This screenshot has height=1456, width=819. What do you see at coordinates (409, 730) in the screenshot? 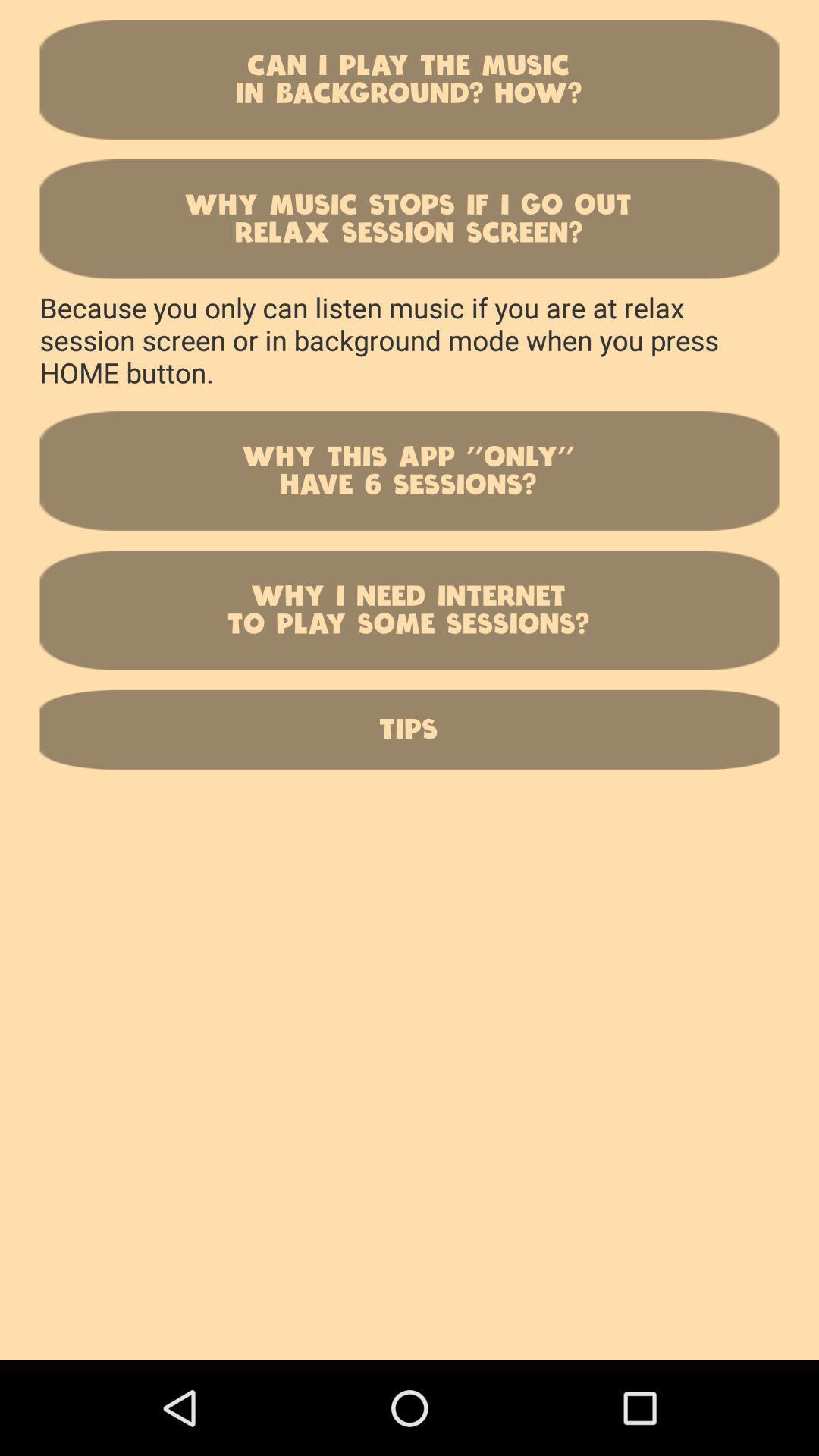
I see `tips button` at bounding box center [409, 730].